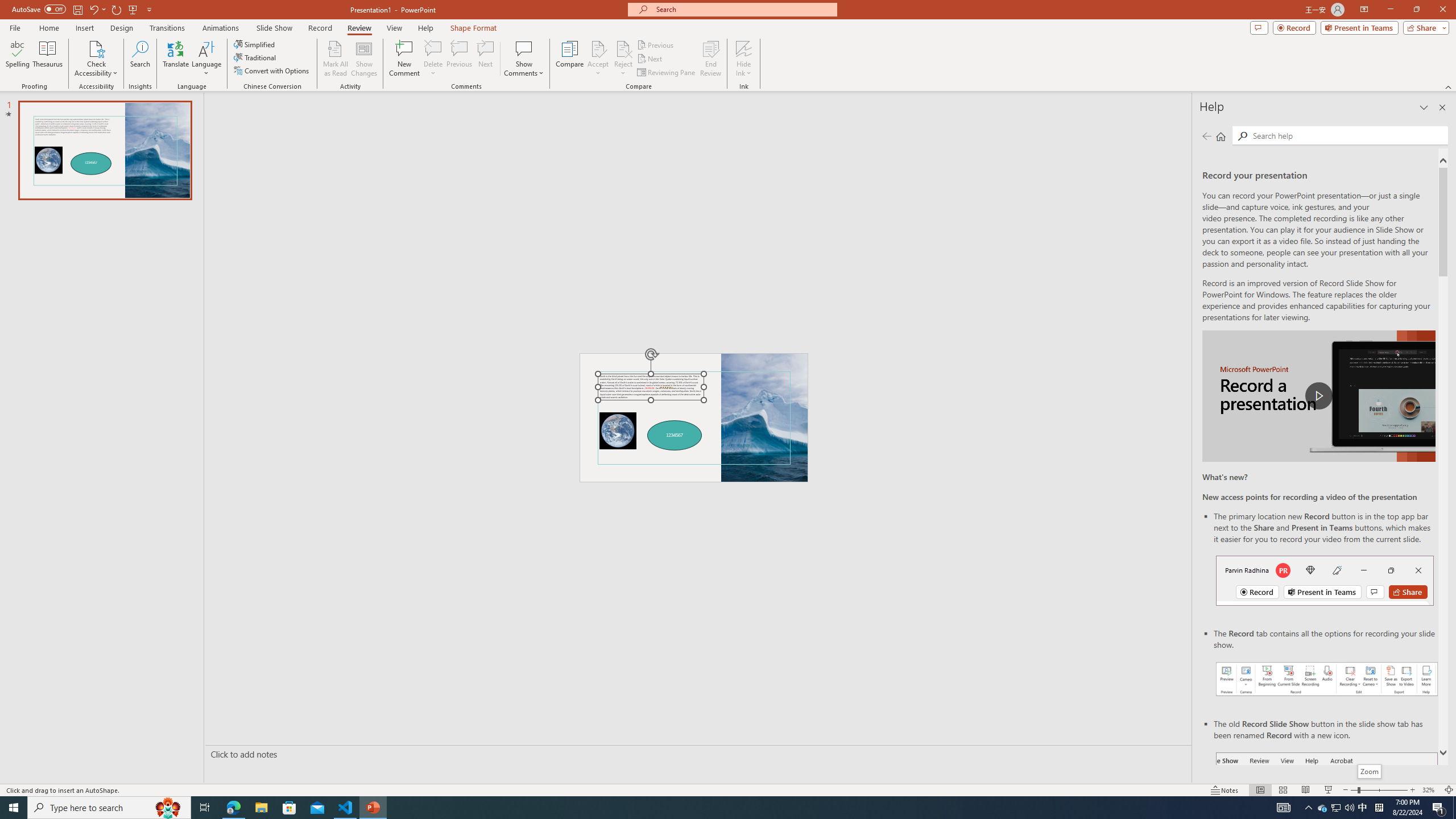  I want to click on 'play Record a Presentation', so click(1318, 396).